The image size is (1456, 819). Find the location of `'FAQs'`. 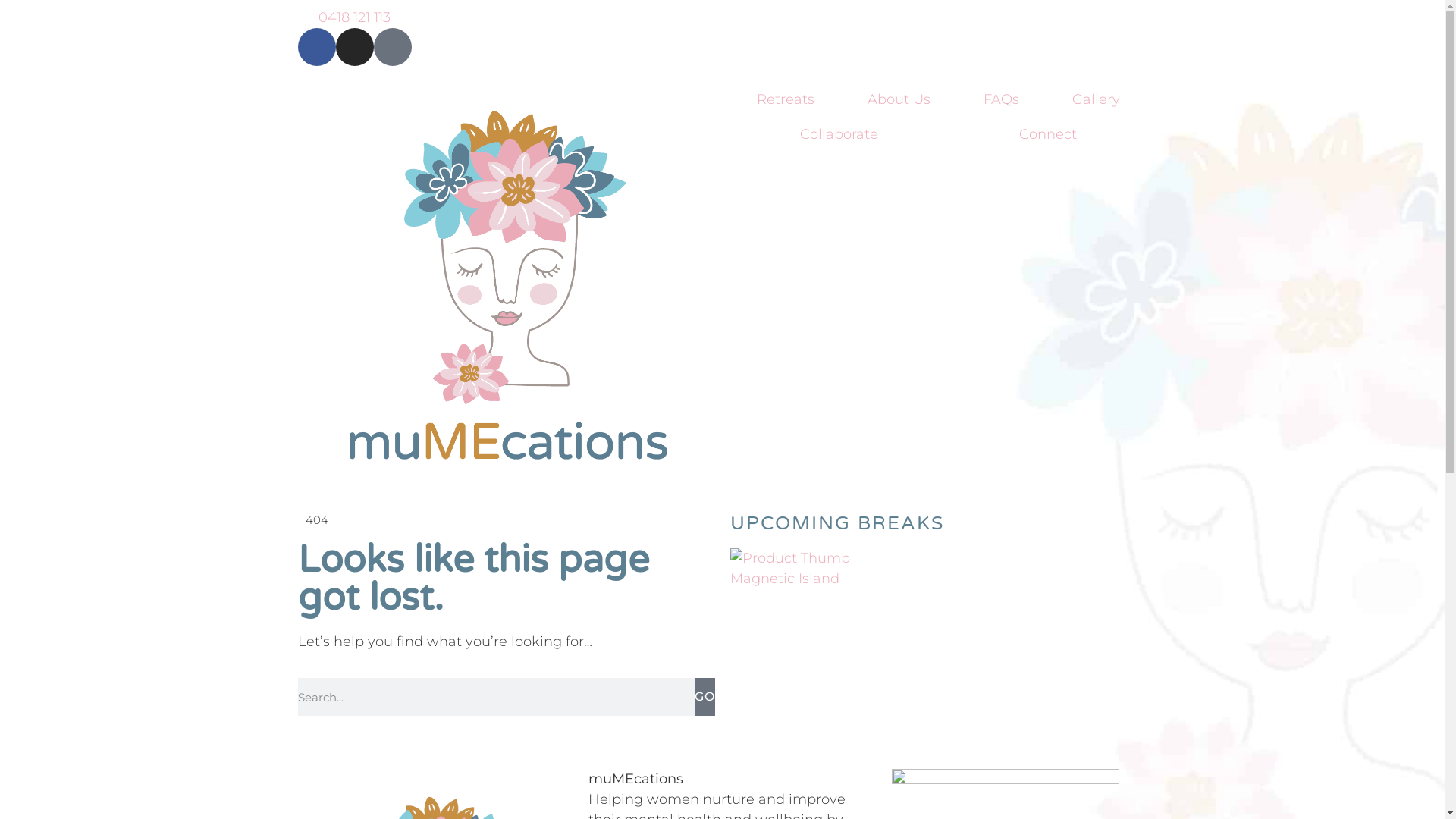

'FAQs' is located at coordinates (1001, 99).